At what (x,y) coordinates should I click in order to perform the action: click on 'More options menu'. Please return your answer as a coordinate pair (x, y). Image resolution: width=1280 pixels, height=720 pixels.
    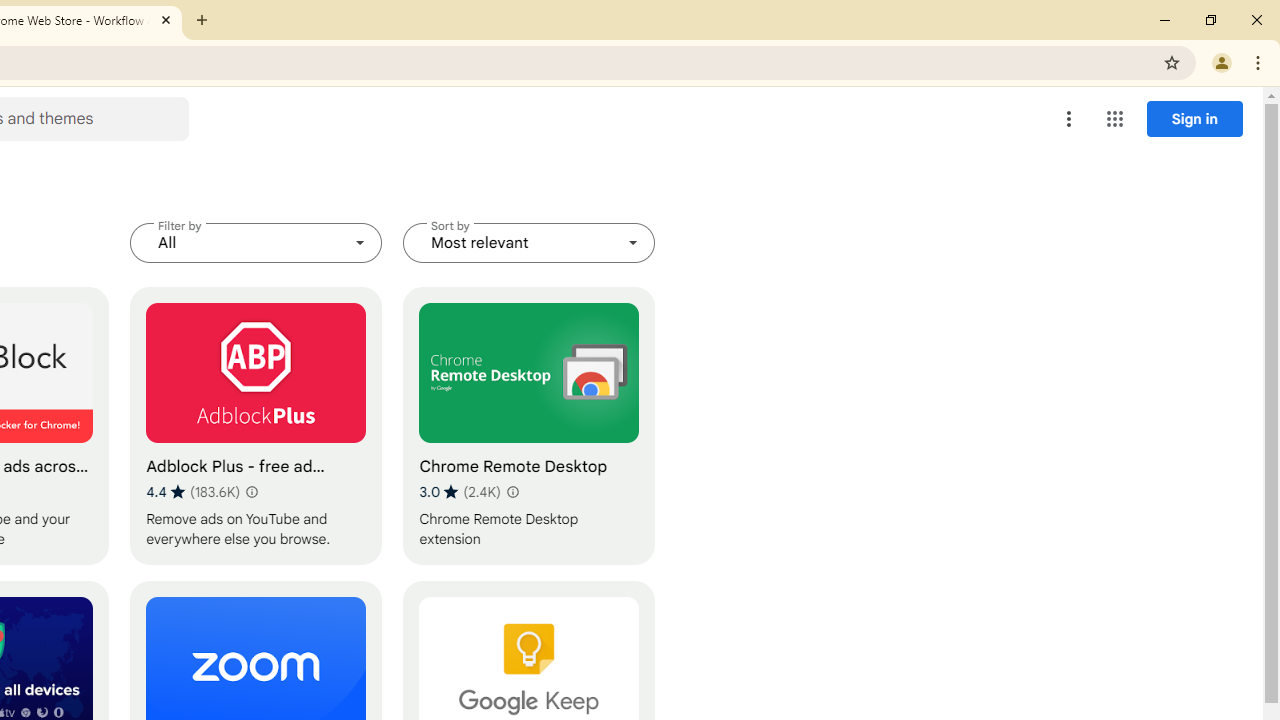
    Looking at the image, I should click on (1068, 119).